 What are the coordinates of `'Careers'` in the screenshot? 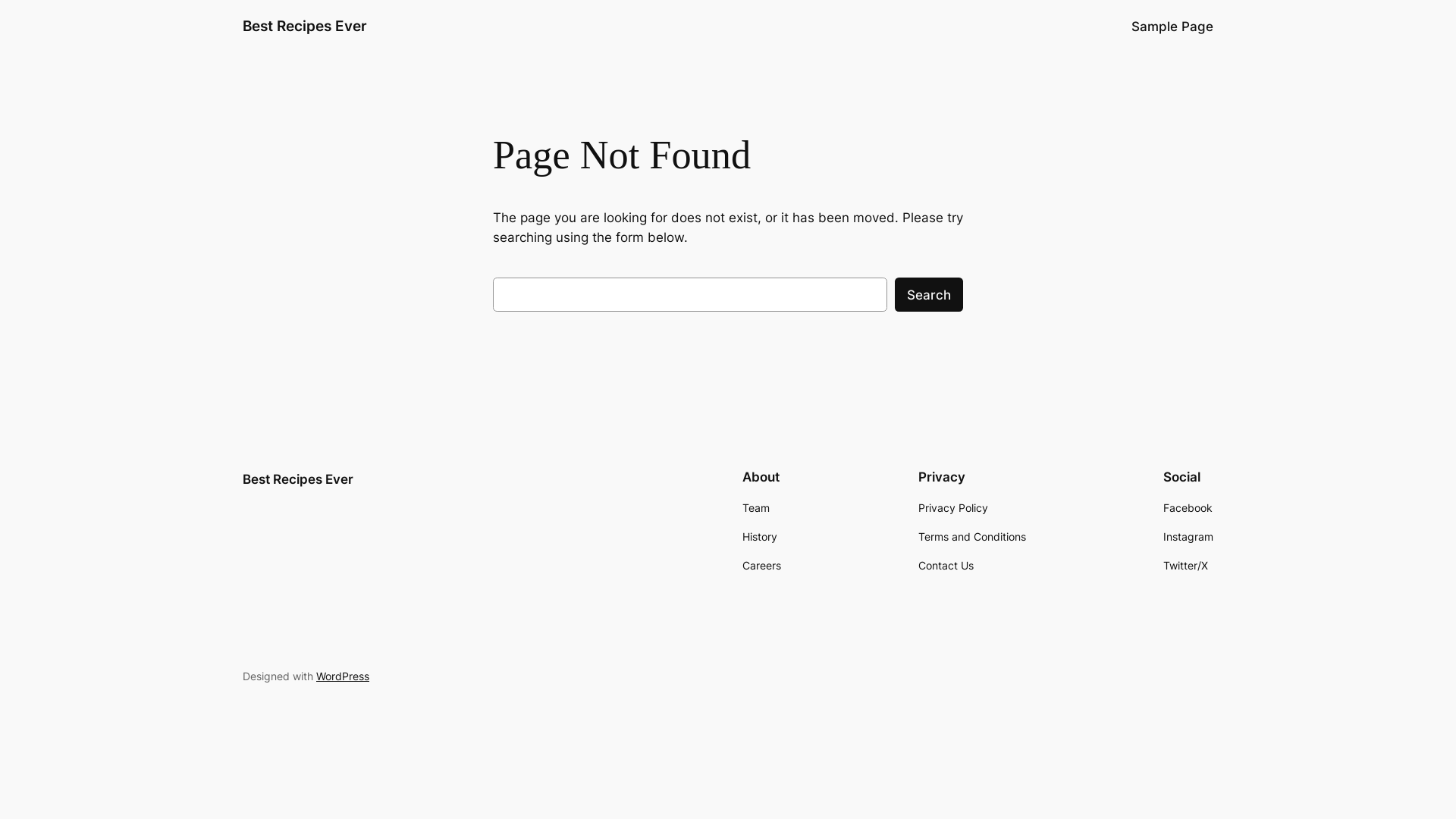 It's located at (742, 565).